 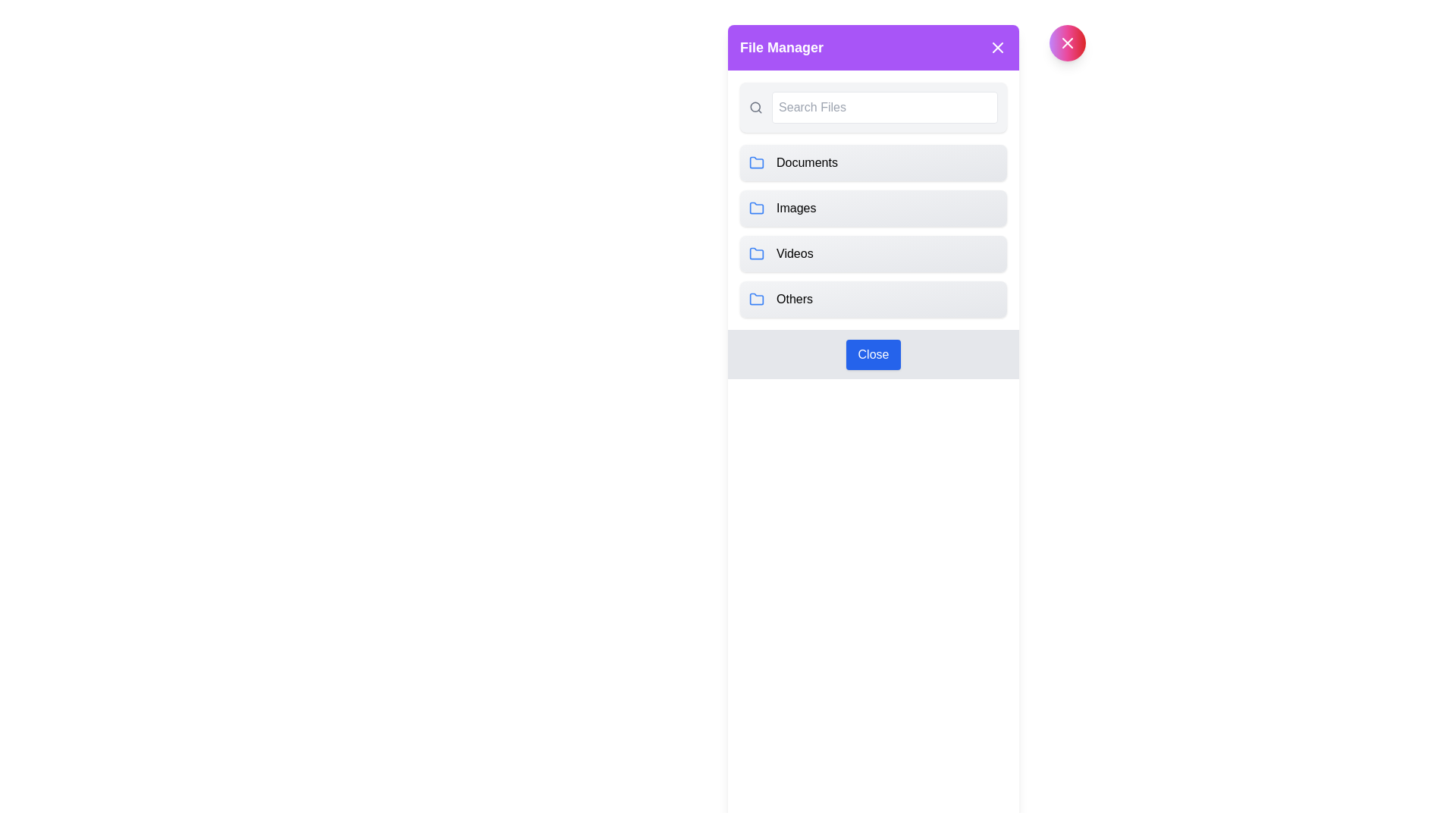 What do you see at coordinates (755, 106) in the screenshot?
I see `the circular search icon located in the header section of the sidebar popup, adjacent to the 'Search Files' input field` at bounding box center [755, 106].